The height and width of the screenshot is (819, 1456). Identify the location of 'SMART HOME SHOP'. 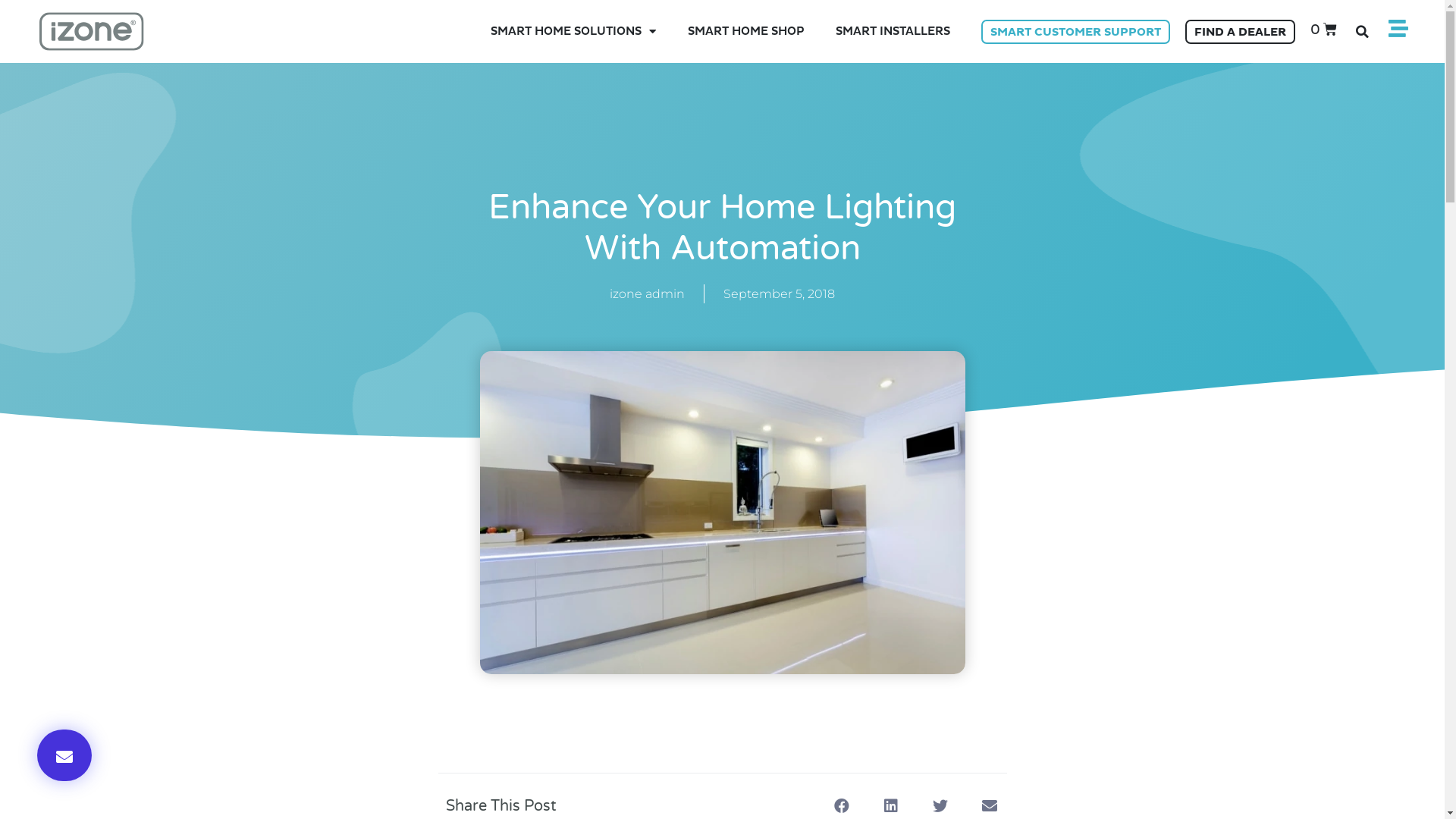
(745, 32).